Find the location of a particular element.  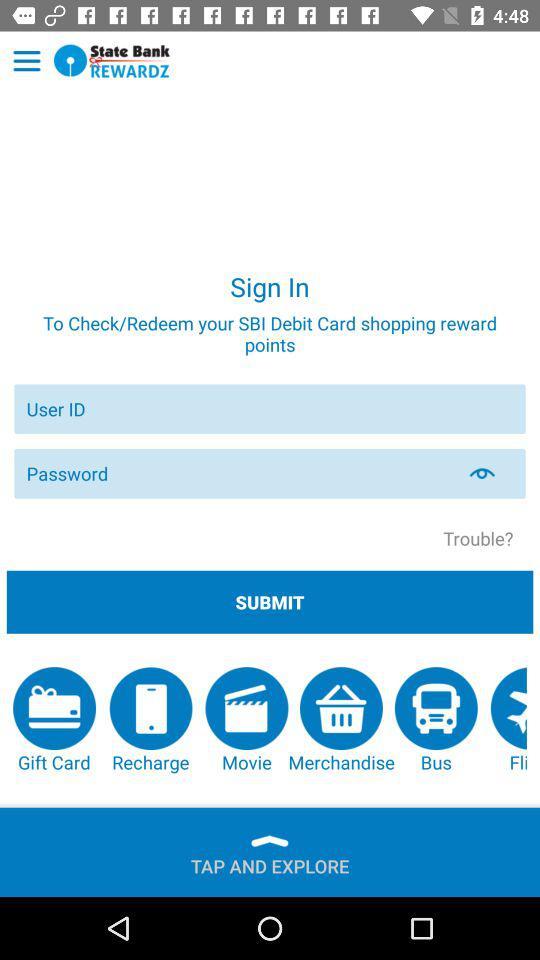

password is located at coordinates (238, 473).